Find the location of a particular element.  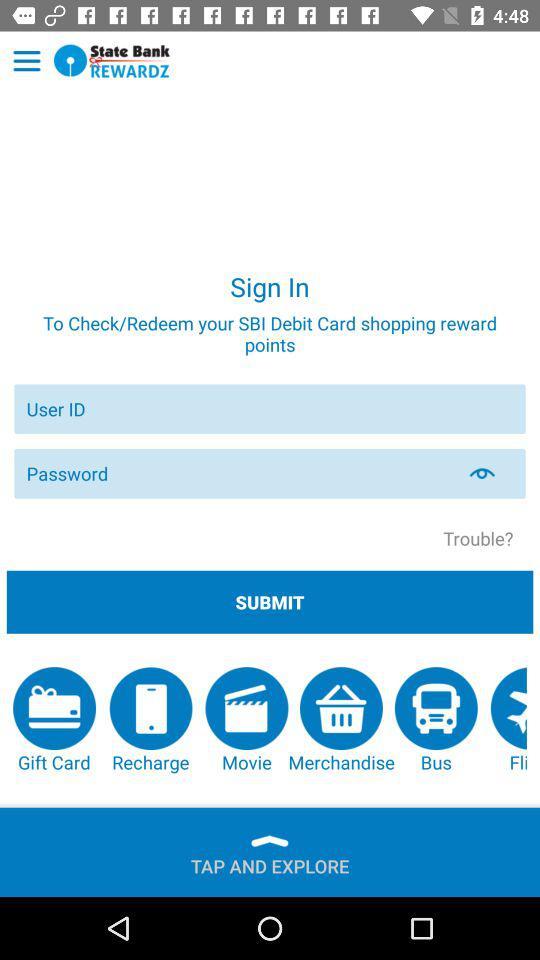

password is located at coordinates (238, 473).